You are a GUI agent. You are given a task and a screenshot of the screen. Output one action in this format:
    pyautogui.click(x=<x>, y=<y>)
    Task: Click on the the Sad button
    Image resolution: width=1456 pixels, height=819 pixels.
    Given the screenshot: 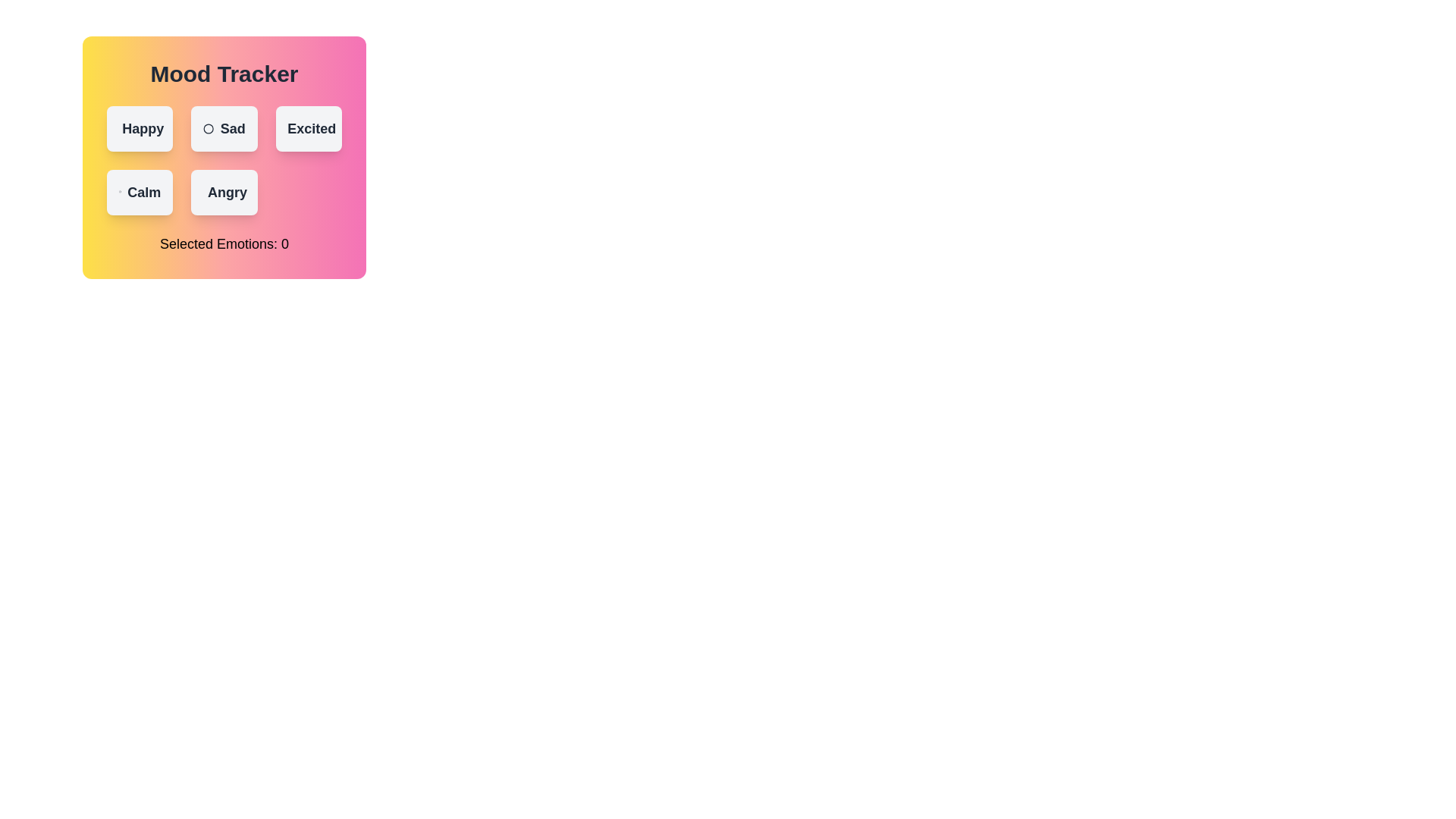 What is the action you would take?
    pyautogui.click(x=222, y=127)
    